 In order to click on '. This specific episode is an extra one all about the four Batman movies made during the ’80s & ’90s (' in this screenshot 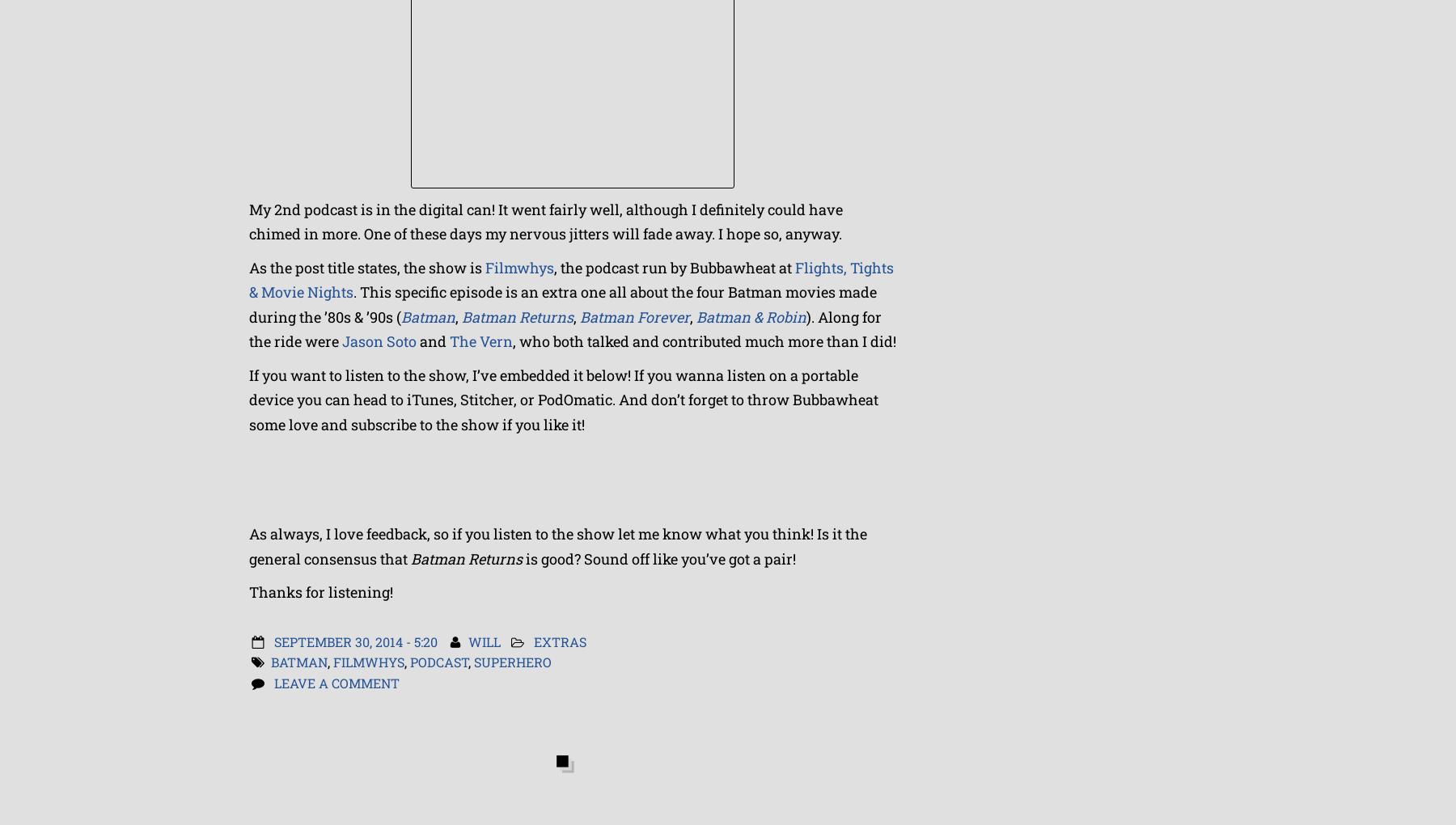, I will do `click(248, 302)`.